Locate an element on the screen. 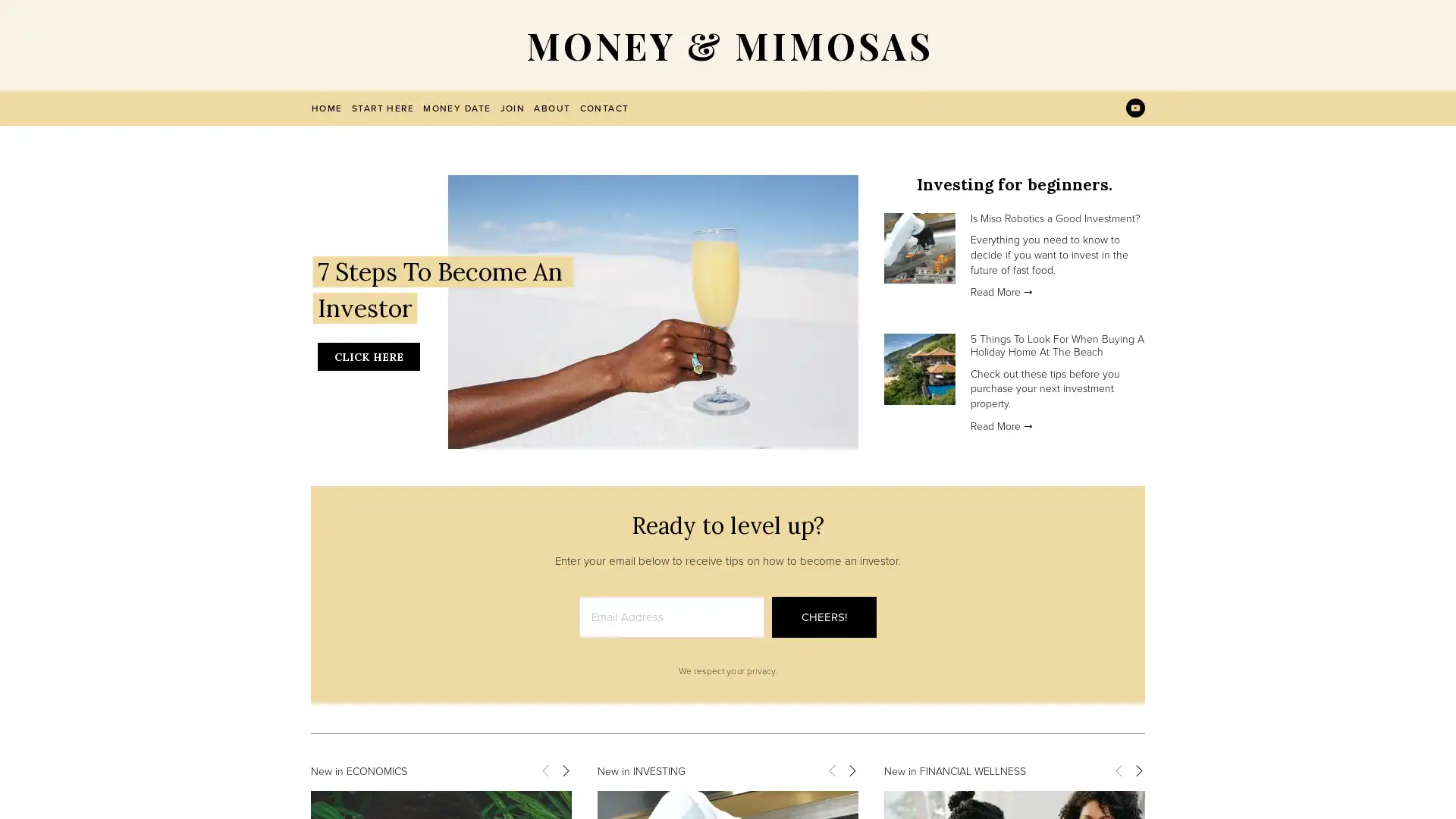  Next is located at coordinates (563, 769).